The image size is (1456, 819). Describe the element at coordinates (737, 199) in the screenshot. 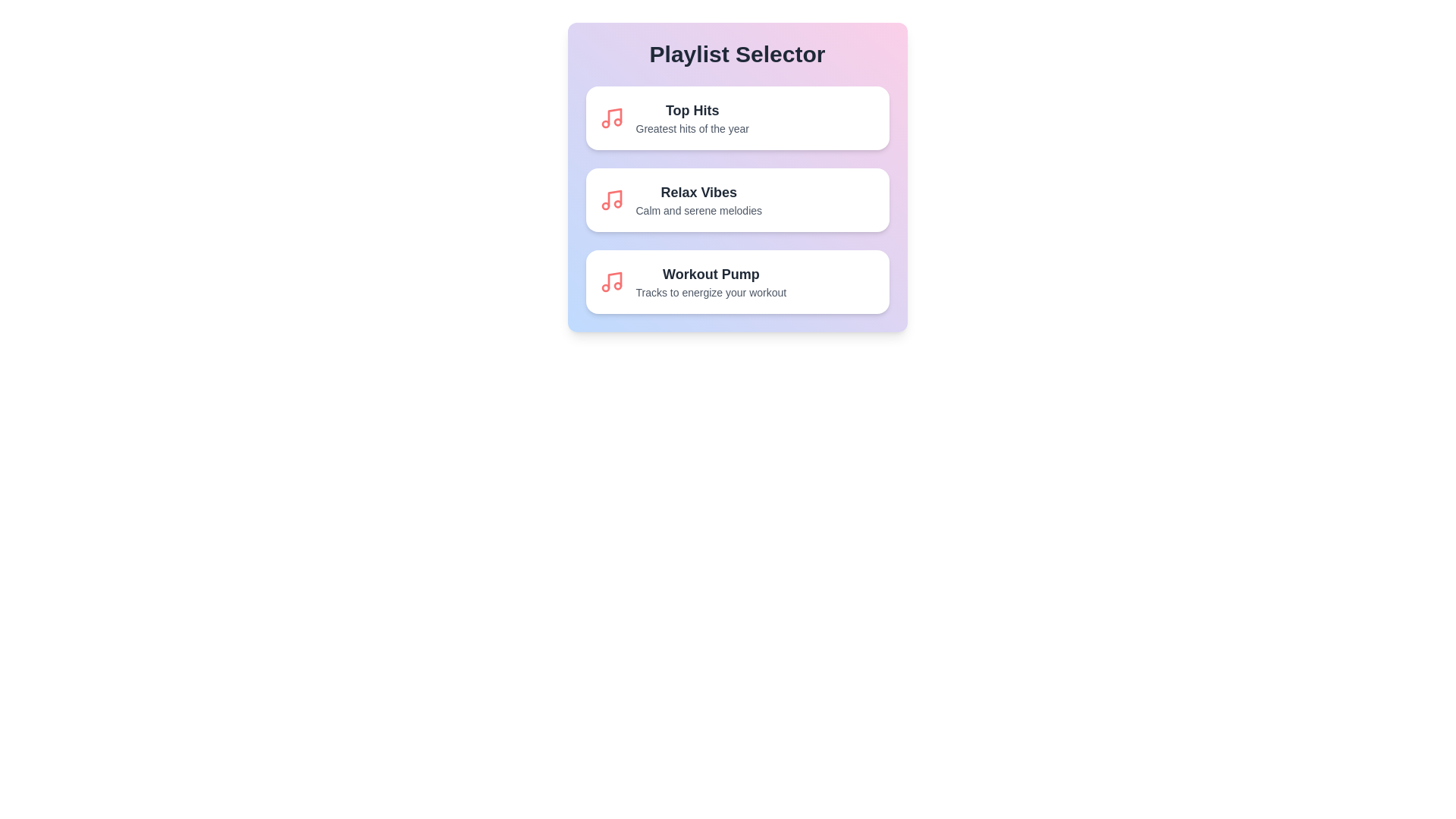

I see `the playlist item Relax Vibes` at that location.